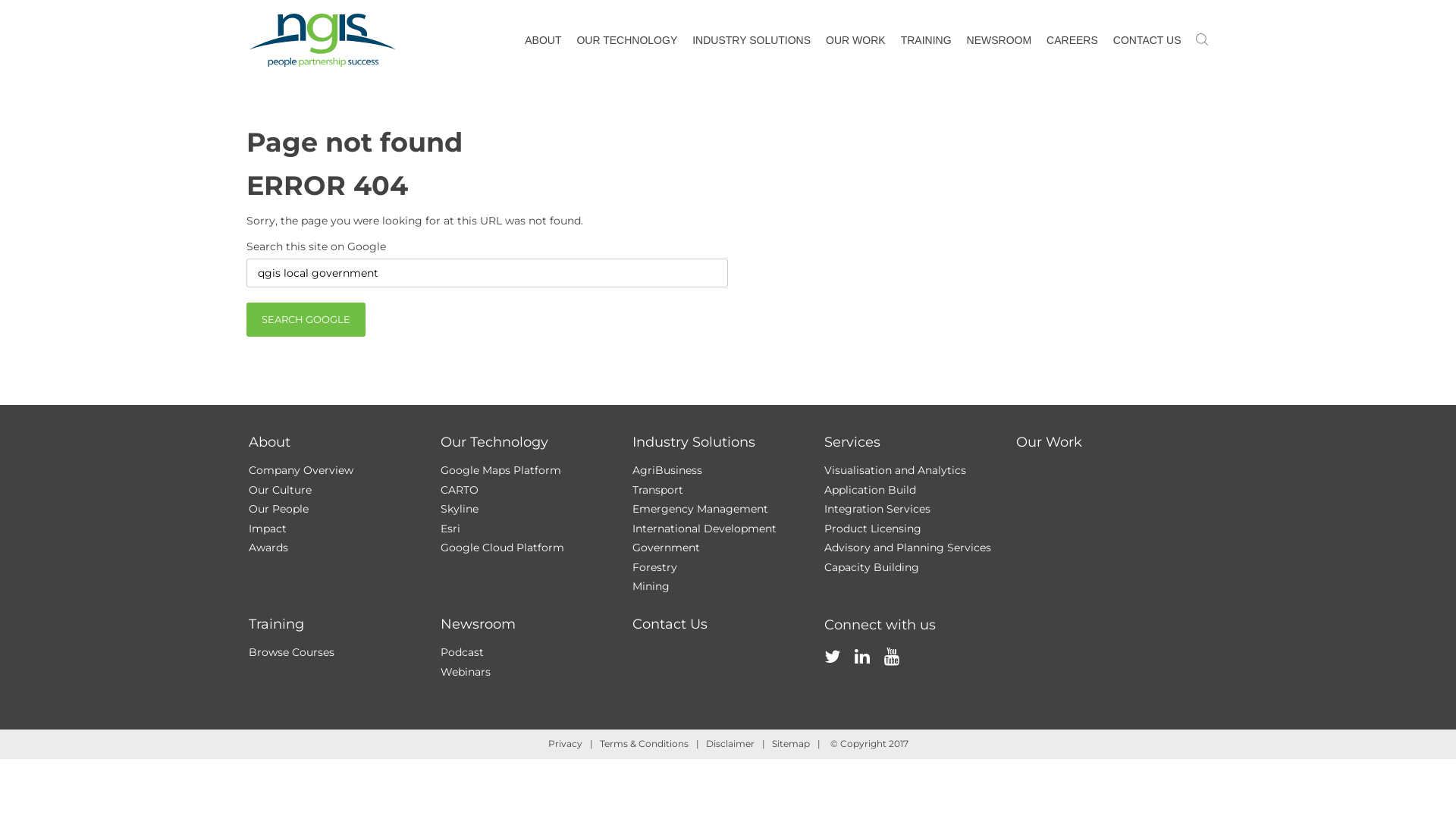 Image resolution: width=1456 pixels, height=819 pixels. I want to click on 'Privacy', so click(563, 742).